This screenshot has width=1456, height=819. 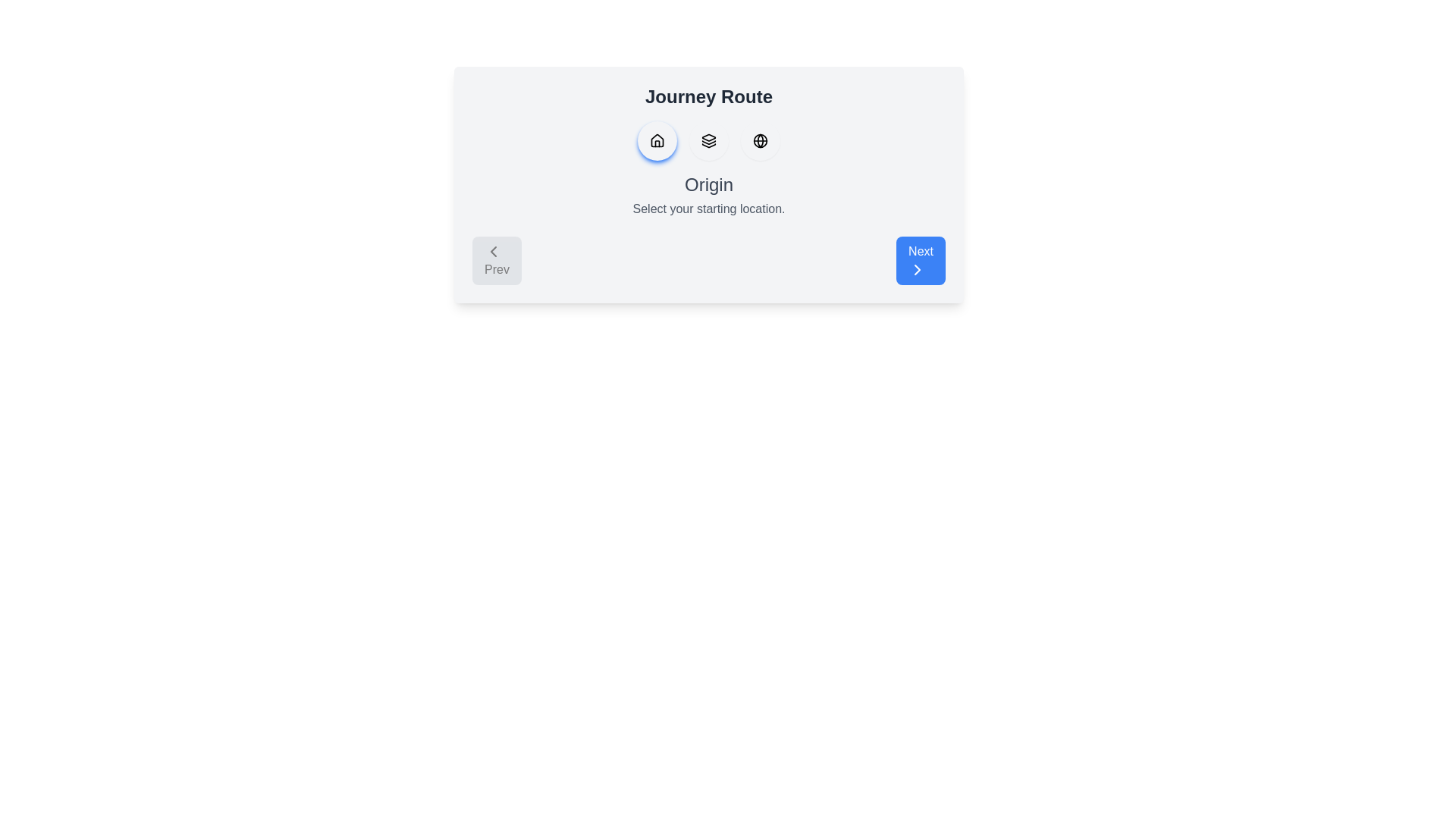 What do you see at coordinates (917, 268) in the screenshot?
I see `the chevron icon pointing to the right, which is part of a blue 'Next' button located at the bottom right corner of the interface` at bounding box center [917, 268].